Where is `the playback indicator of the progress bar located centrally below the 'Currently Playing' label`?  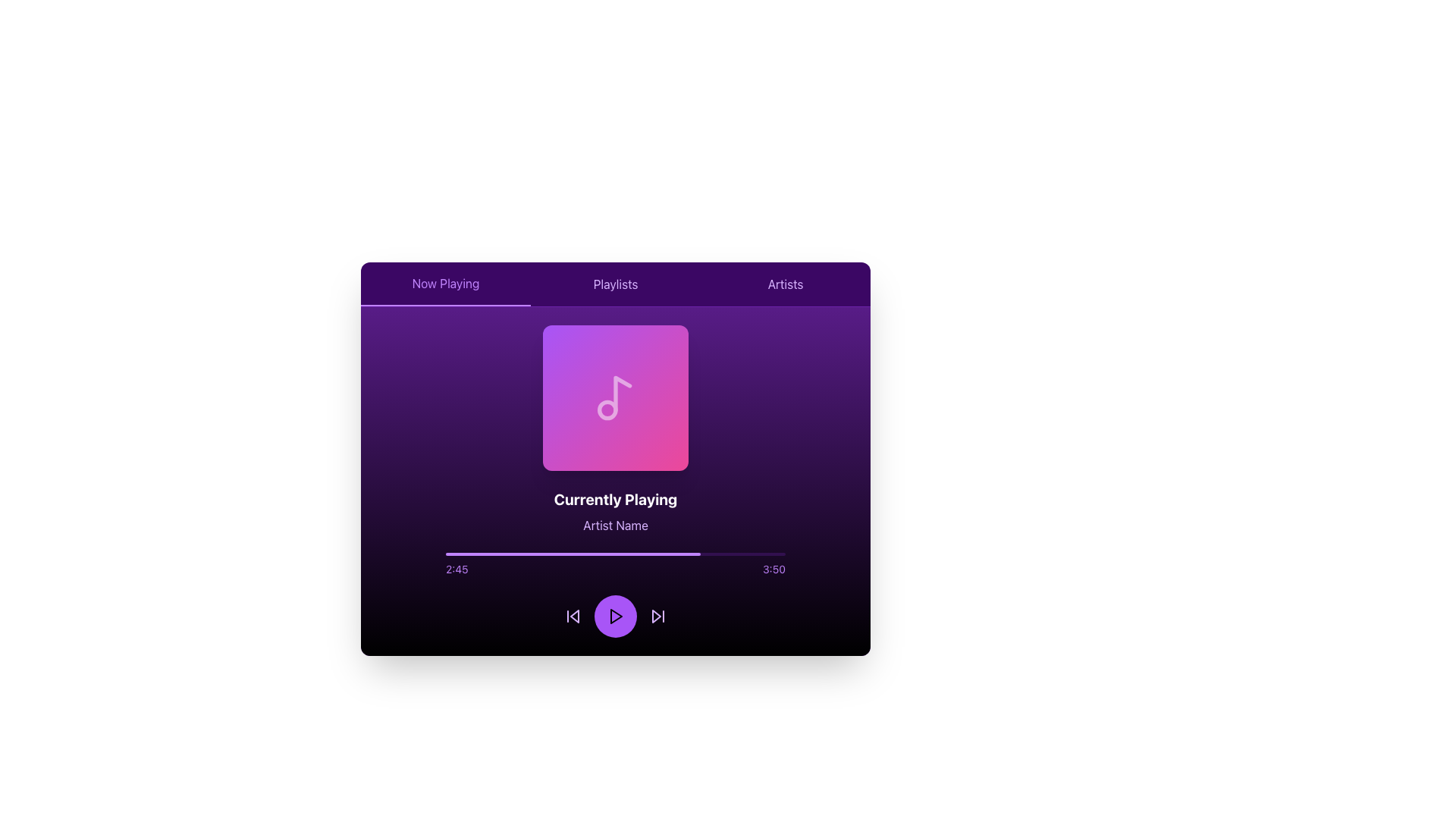
the playback indicator of the progress bar located centrally below the 'Currently Playing' label is located at coordinates (615, 573).